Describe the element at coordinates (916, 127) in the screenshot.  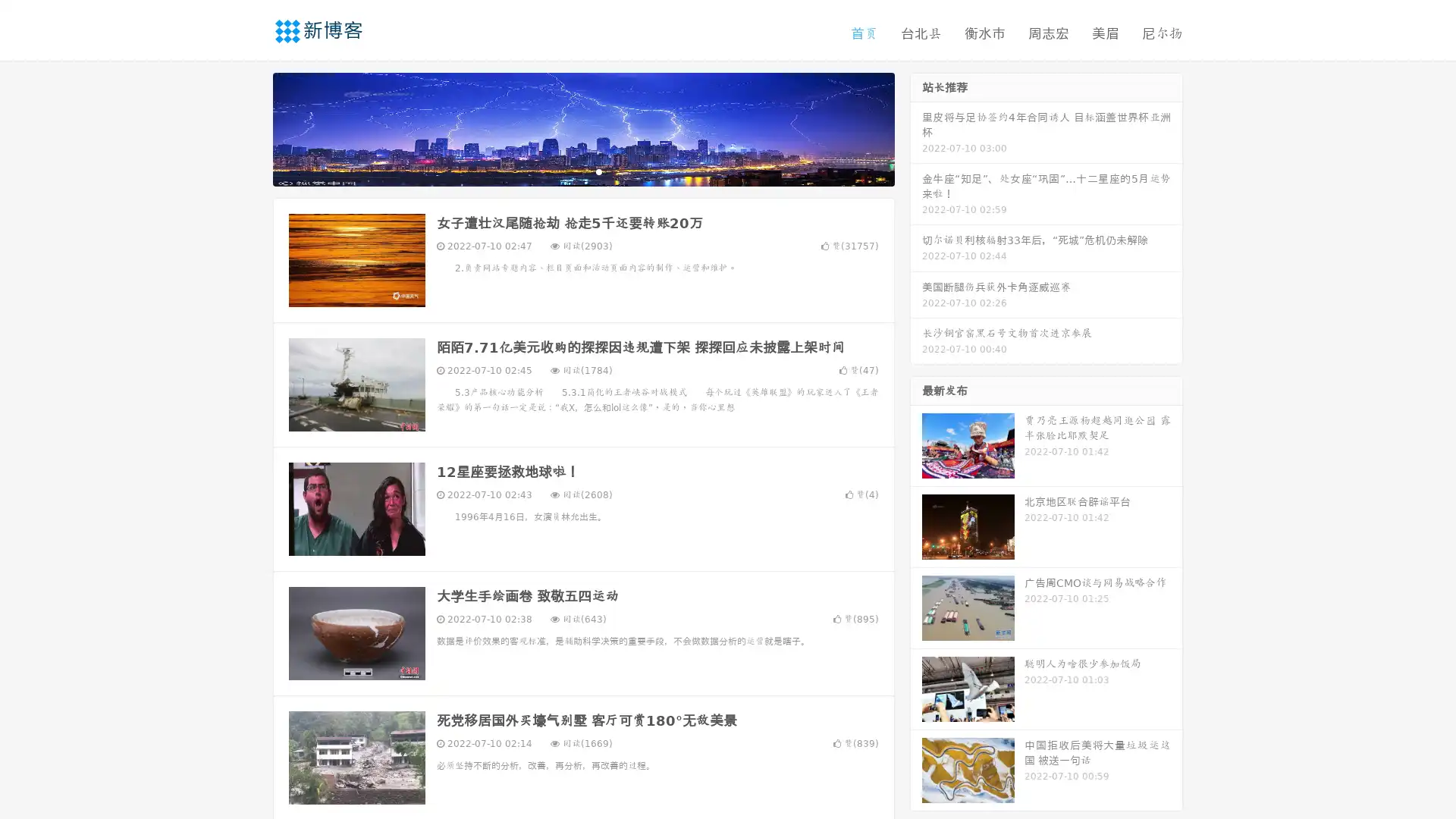
I see `Next slide` at that location.